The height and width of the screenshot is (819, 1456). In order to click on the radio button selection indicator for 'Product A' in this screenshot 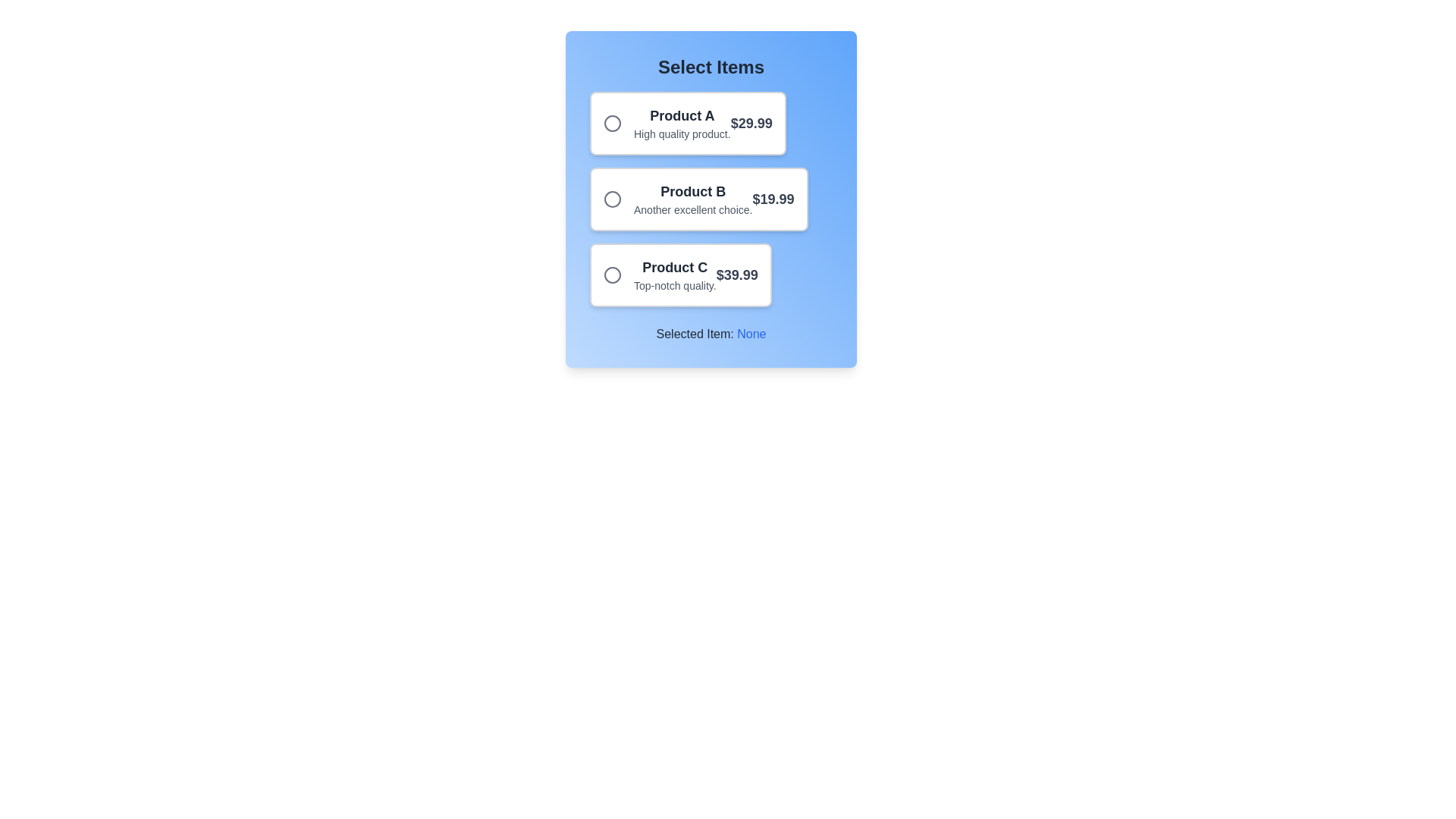, I will do `click(612, 122)`.